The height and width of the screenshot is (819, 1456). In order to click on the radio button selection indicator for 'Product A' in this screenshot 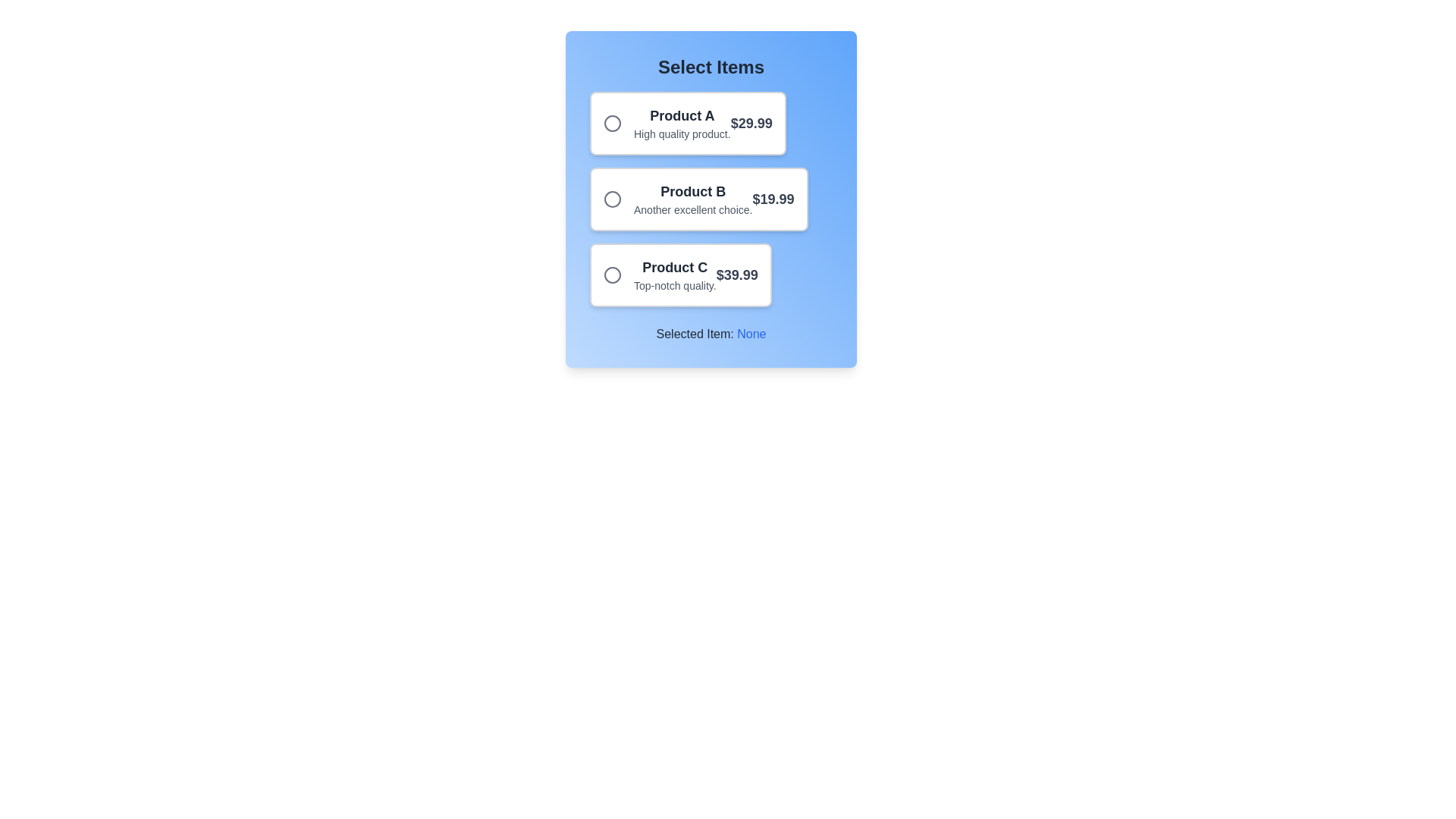, I will do `click(612, 122)`.